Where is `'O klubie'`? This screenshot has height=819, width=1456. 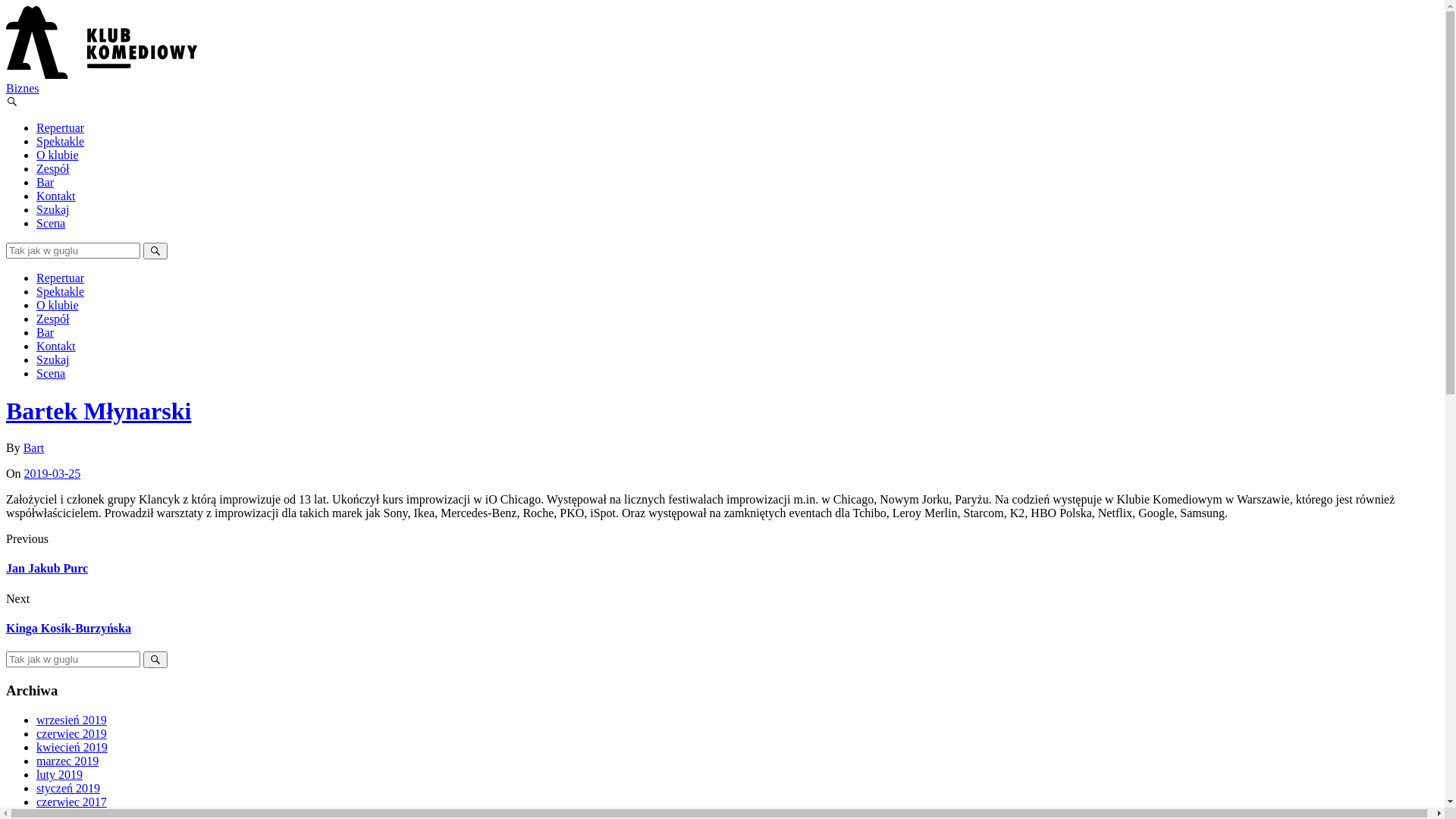 'O klubie' is located at coordinates (58, 305).